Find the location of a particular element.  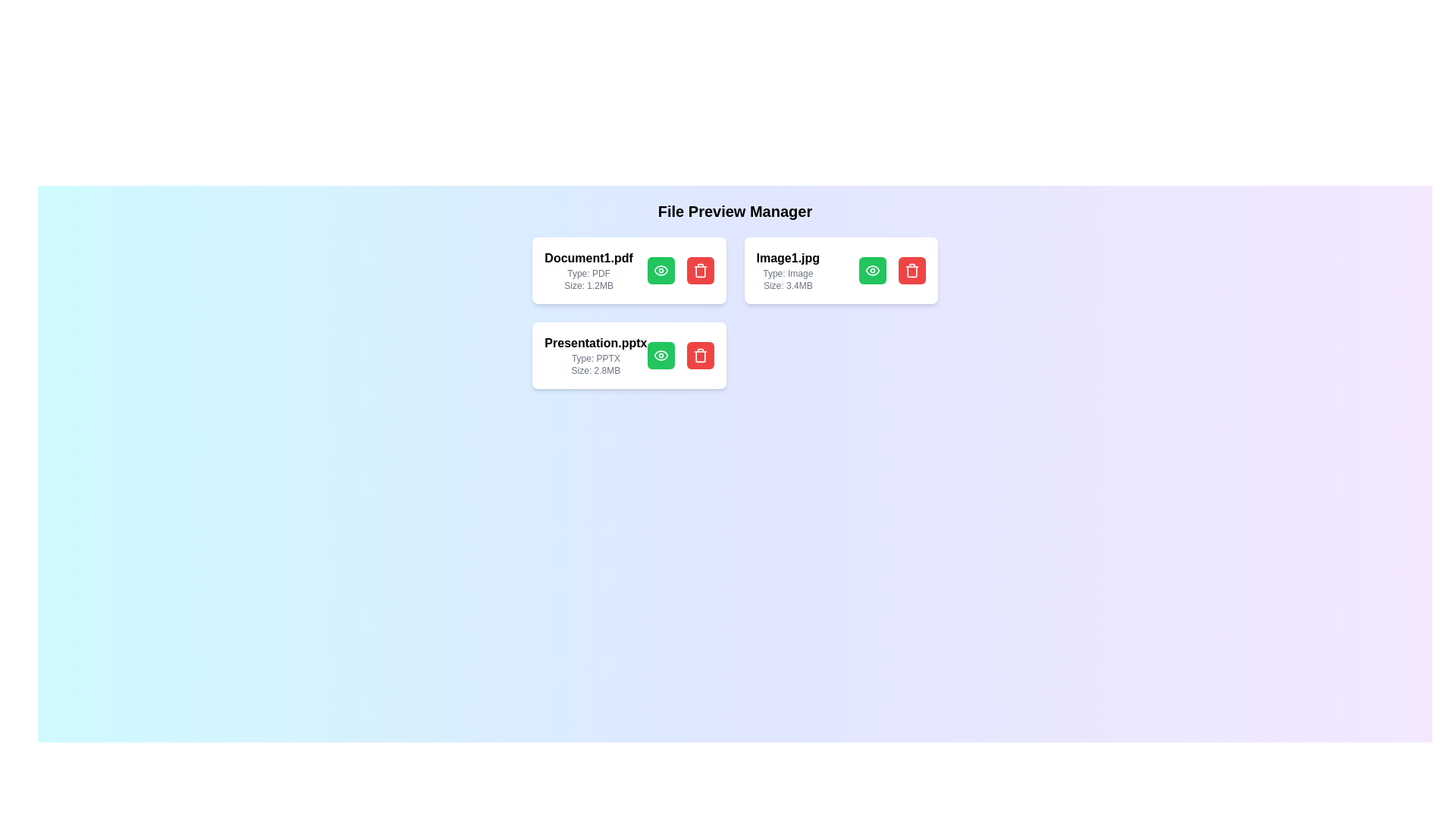

text label displaying 'Type: PDF', which is styled in gray and positioned below the file name 'Document1.pdf' in the file preview card is located at coordinates (588, 274).